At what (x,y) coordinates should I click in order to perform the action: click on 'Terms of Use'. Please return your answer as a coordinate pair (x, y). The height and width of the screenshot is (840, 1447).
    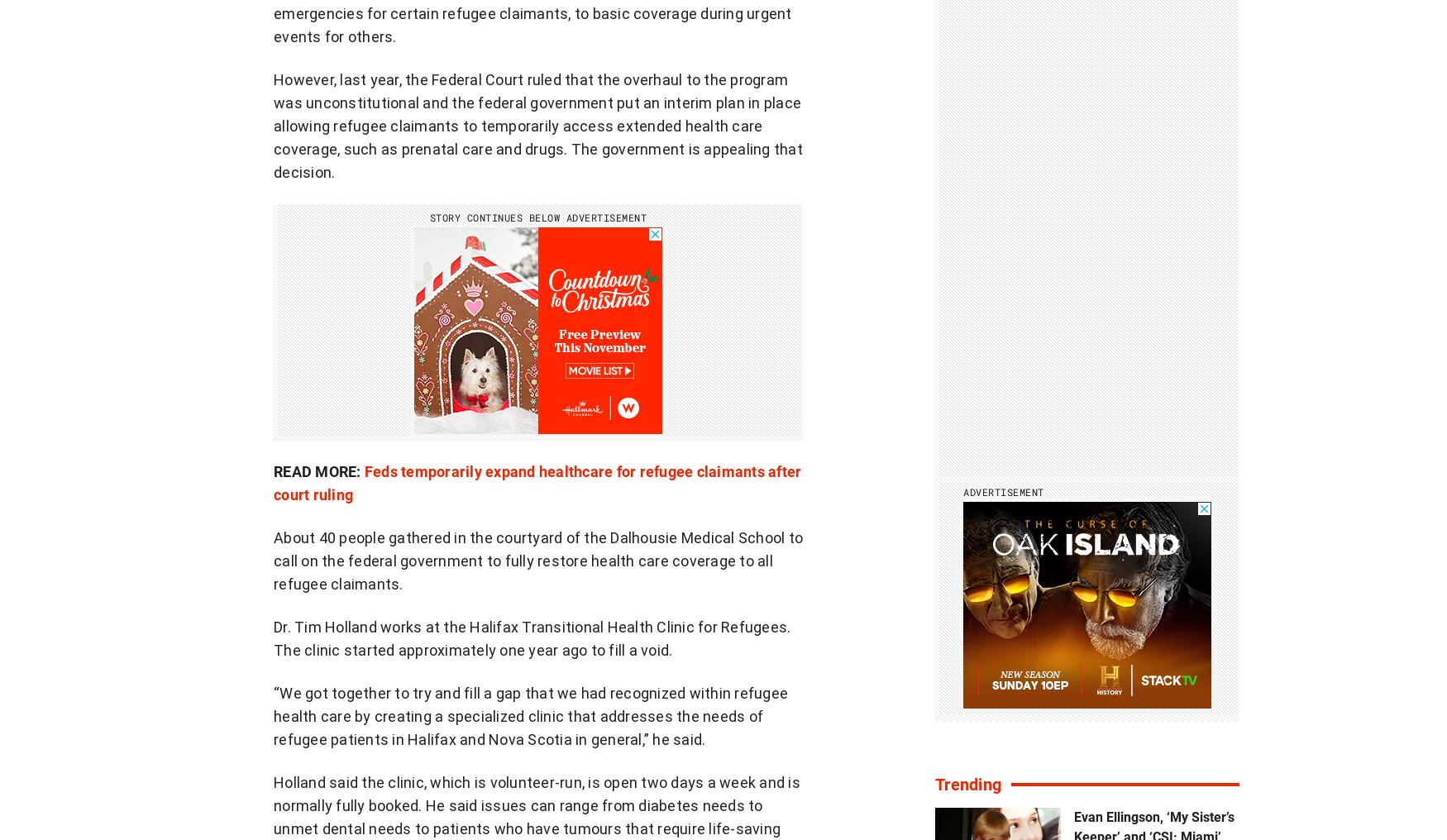
    Looking at the image, I should click on (481, 800).